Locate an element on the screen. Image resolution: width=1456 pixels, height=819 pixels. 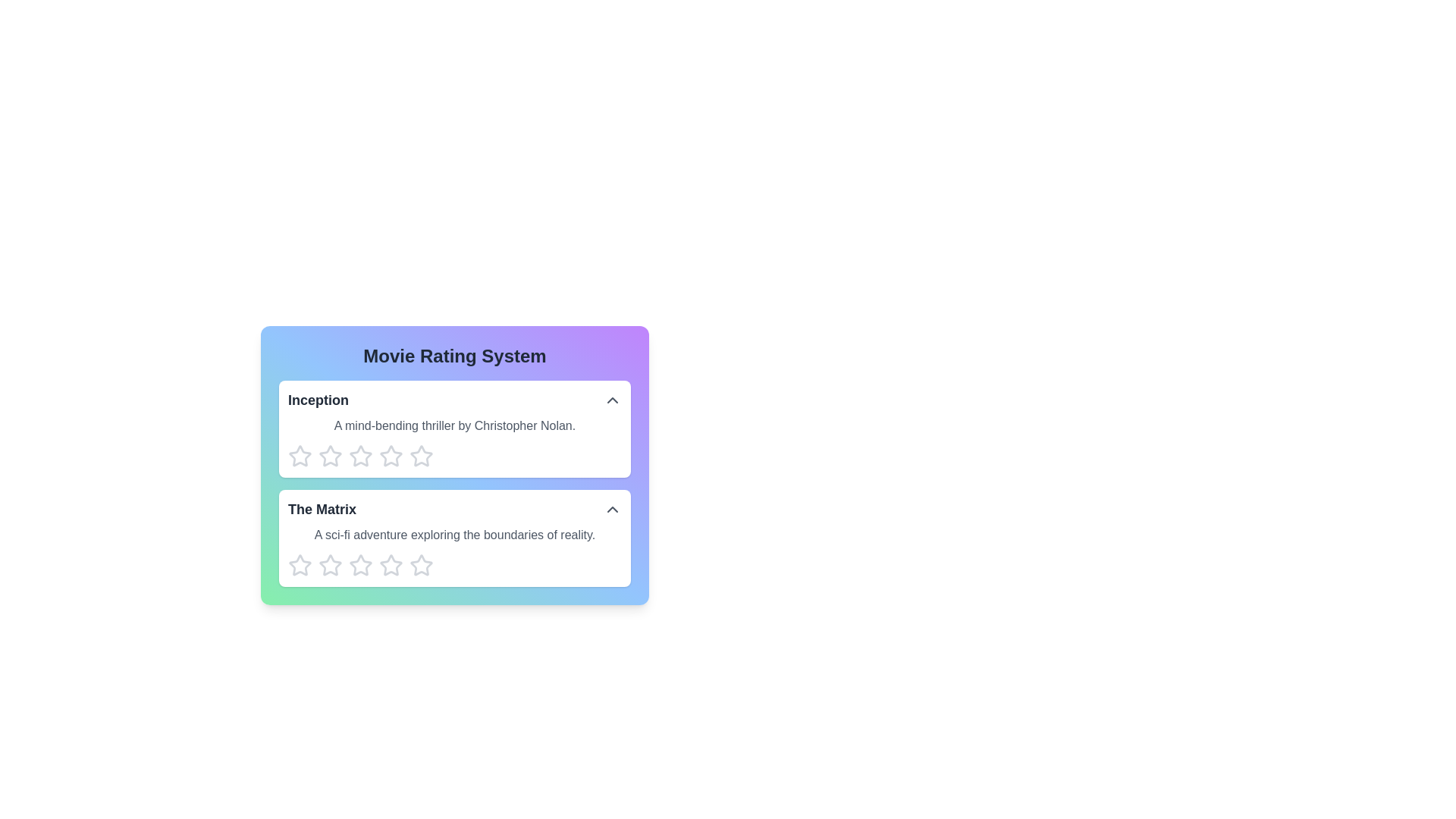
the fourth star-shaped rating icon in the horizontal row of seven under the movie review for 'The Matrix' is located at coordinates (359, 565).